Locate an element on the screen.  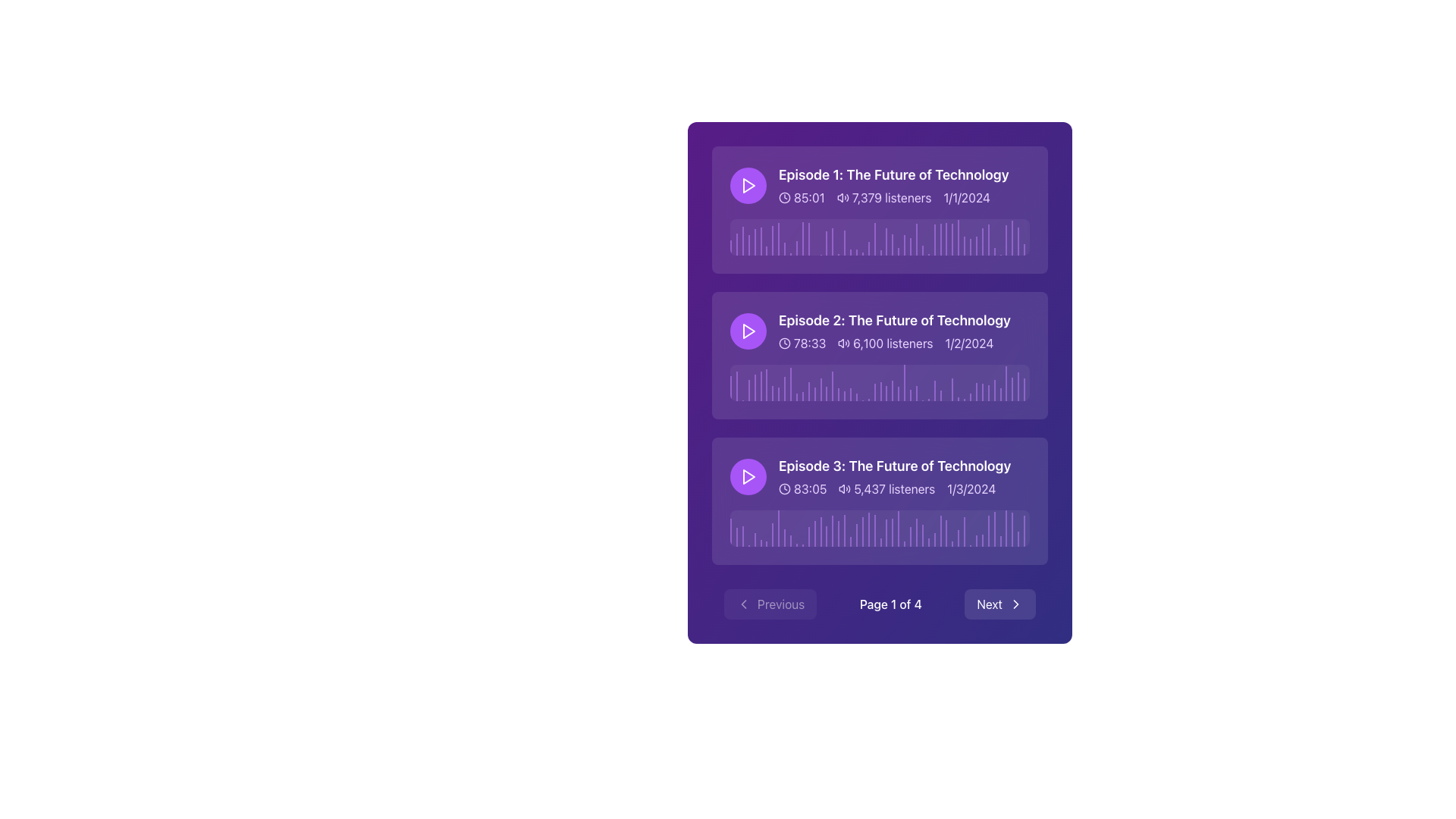
the visual indicator (progress bar) which is a narrow vertical bar, partially transparent purple, located at the bottom of the third card in a vertical list of podcast episodes is located at coordinates (731, 532).